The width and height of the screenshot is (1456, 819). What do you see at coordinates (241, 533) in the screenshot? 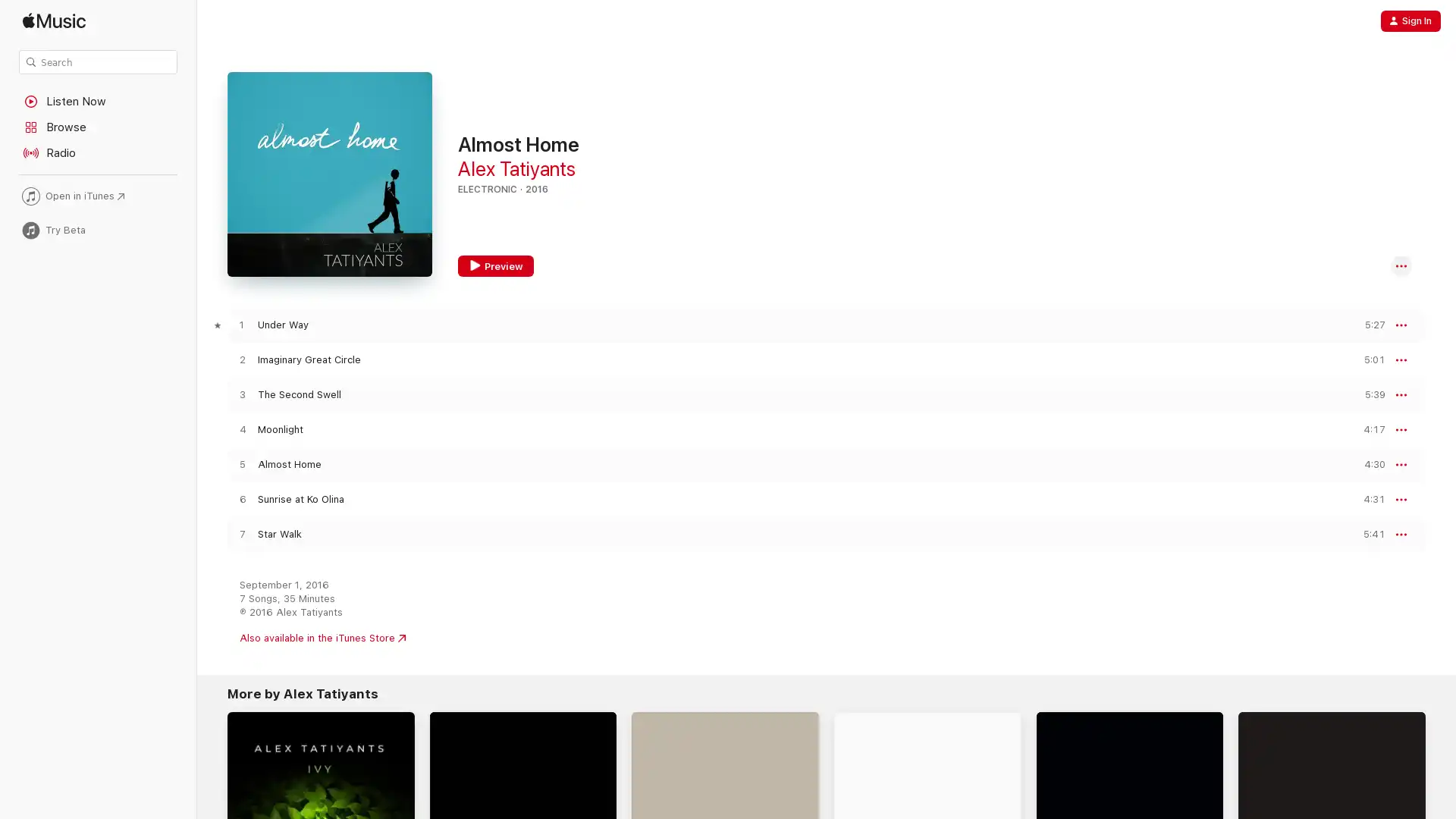
I see `Play` at bounding box center [241, 533].